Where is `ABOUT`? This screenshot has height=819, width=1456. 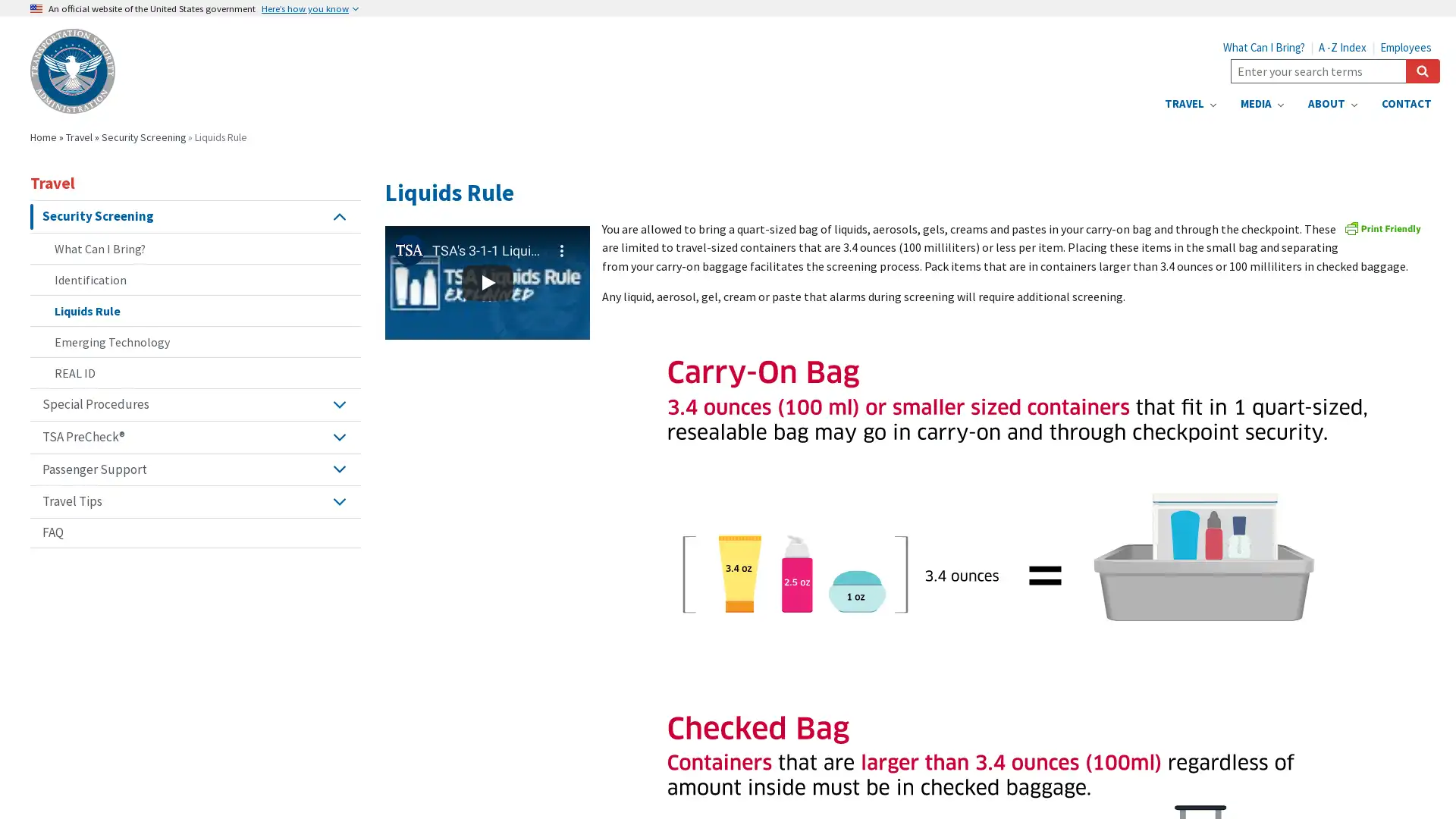
ABOUT is located at coordinates (1332, 103).